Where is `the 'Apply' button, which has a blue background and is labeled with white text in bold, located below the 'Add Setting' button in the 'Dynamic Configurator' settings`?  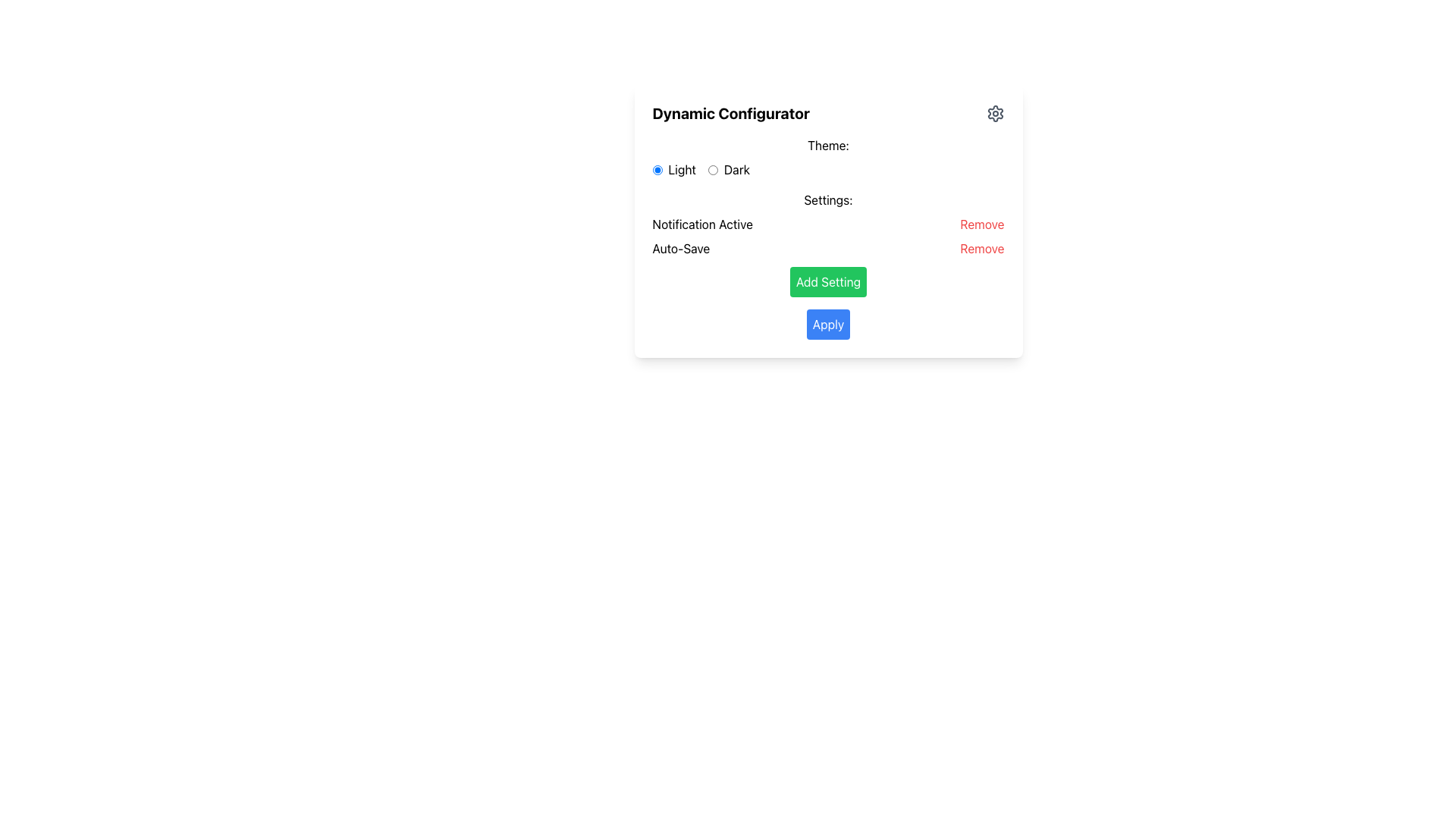
the 'Apply' button, which has a blue background and is labeled with white text in bold, located below the 'Add Setting' button in the 'Dynamic Configurator' settings is located at coordinates (827, 324).